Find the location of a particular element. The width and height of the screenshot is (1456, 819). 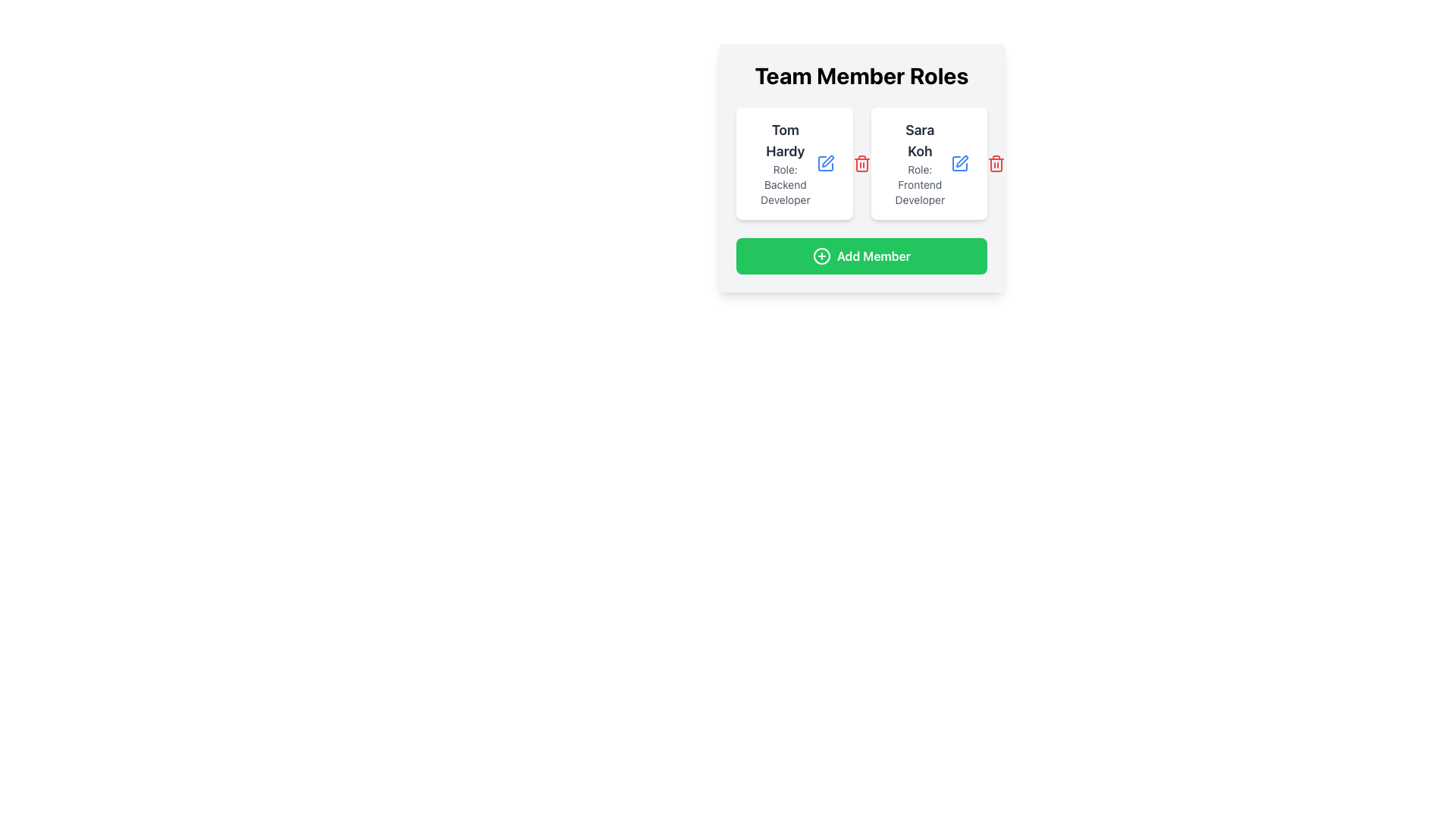

the circular icon within the green 'Add Member' button located at the footer of the card displaying team member roles is located at coordinates (821, 256).